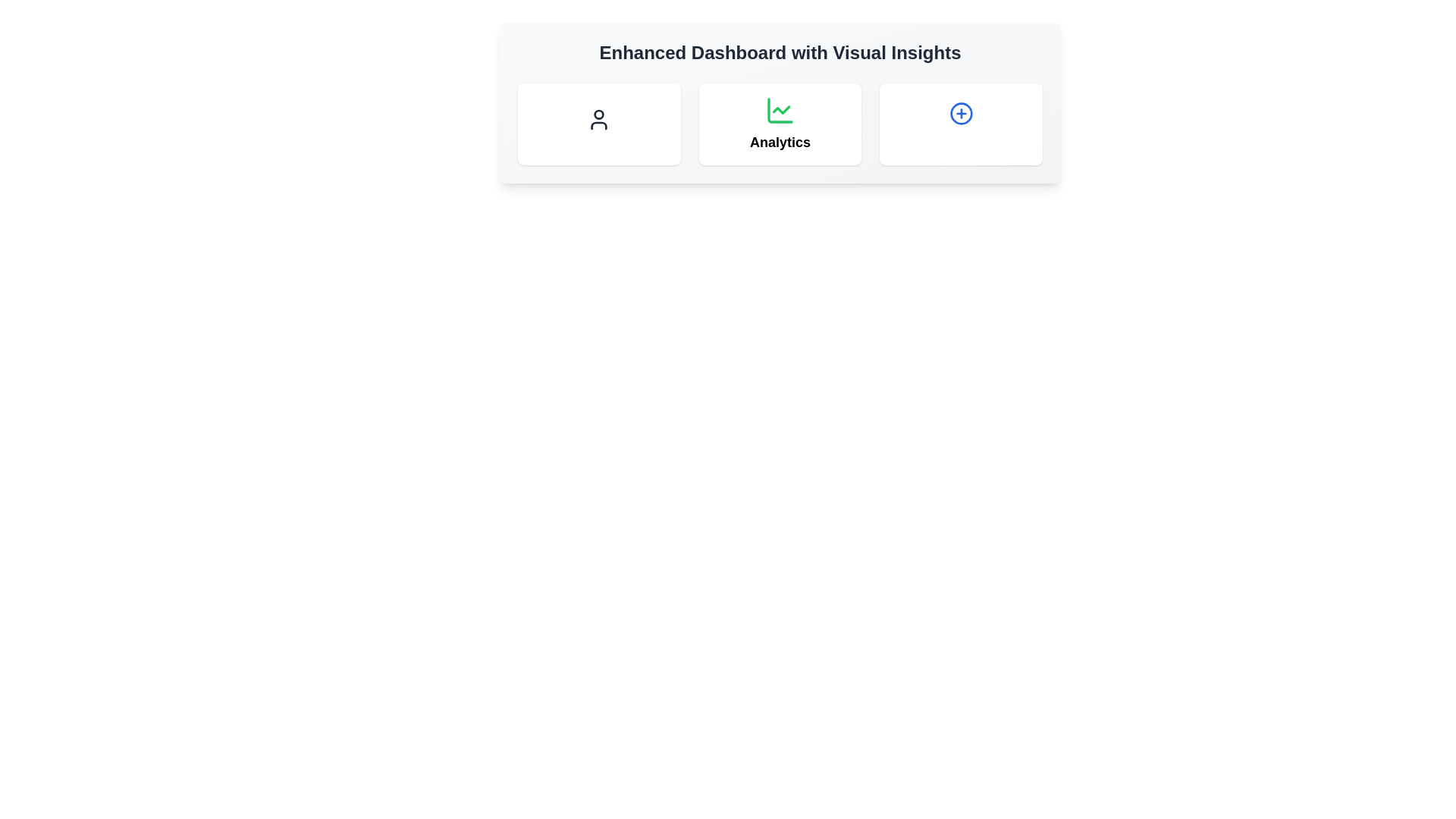 The image size is (1456, 819). I want to click on the leftmost button in the horizontal row under 'Enhanced Dashboard with Visual Insights', so click(598, 119).